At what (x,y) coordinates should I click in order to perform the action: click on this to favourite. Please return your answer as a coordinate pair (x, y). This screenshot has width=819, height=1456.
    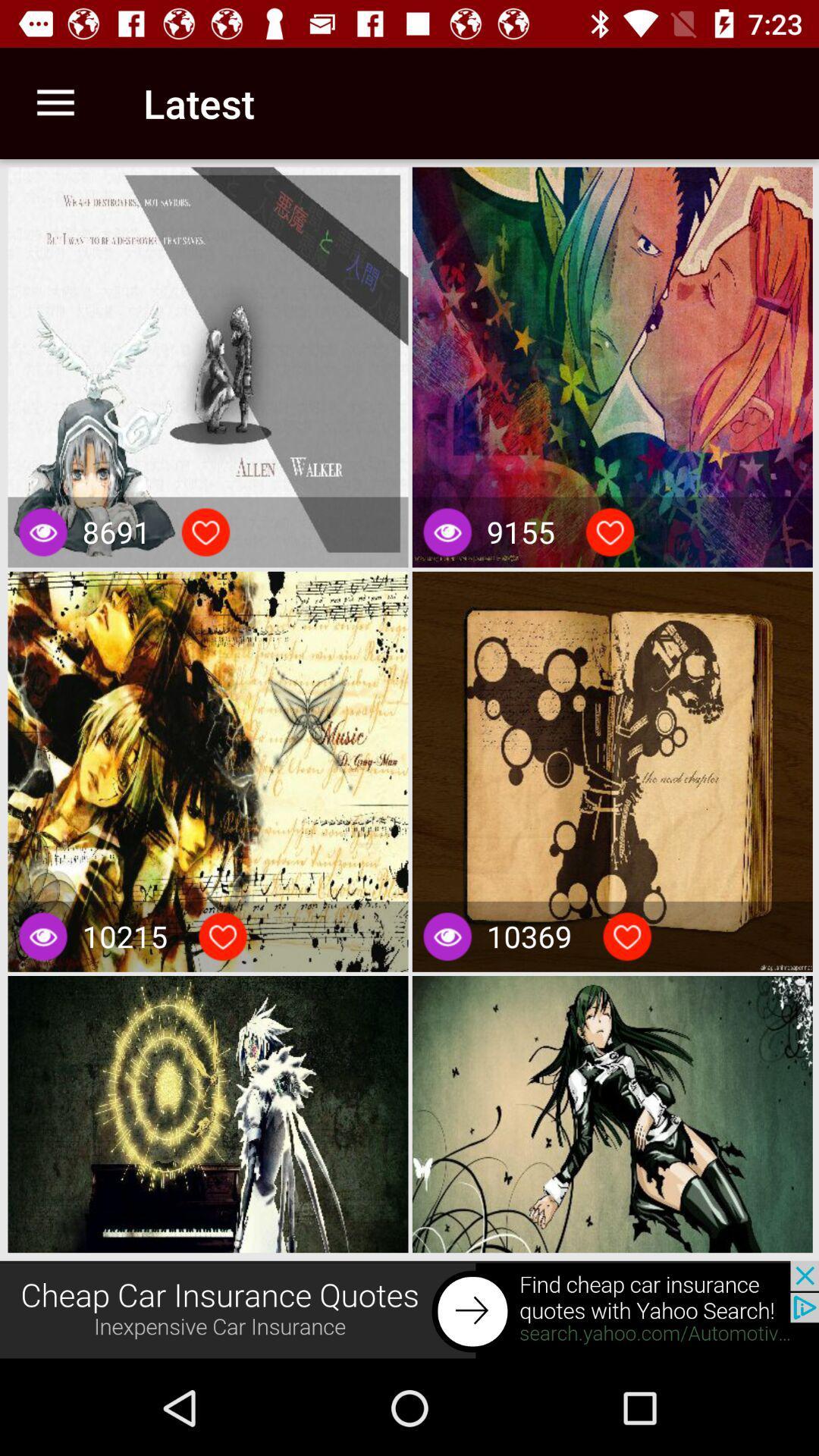
    Looking at the image, I should click on (206, 532).